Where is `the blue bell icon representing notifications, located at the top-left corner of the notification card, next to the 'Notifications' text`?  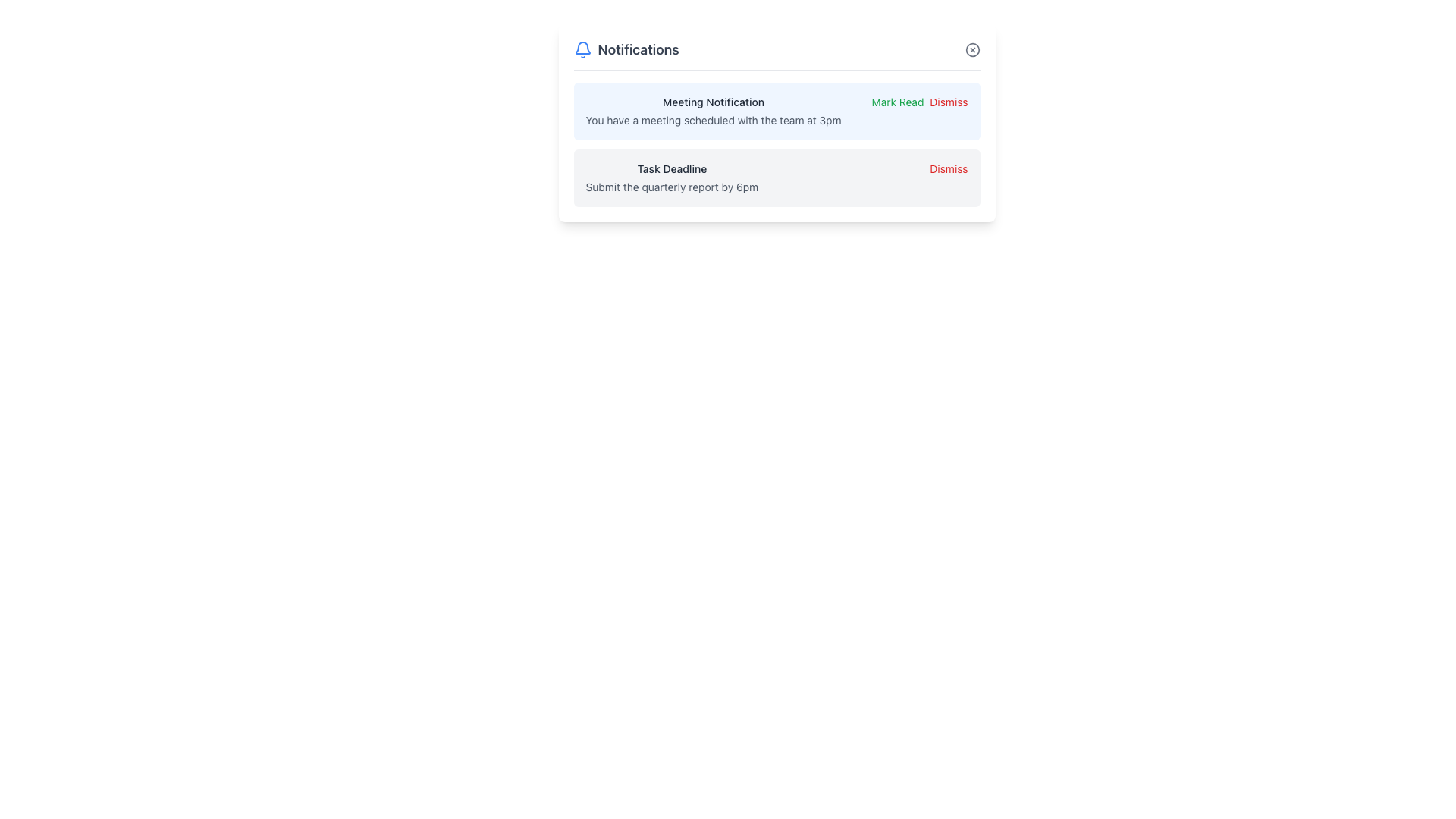
the blue bell icon representing notifications, located at the top-left corner of the notification card, next to the 'Notifications' text is located at coordinates (582, 49).